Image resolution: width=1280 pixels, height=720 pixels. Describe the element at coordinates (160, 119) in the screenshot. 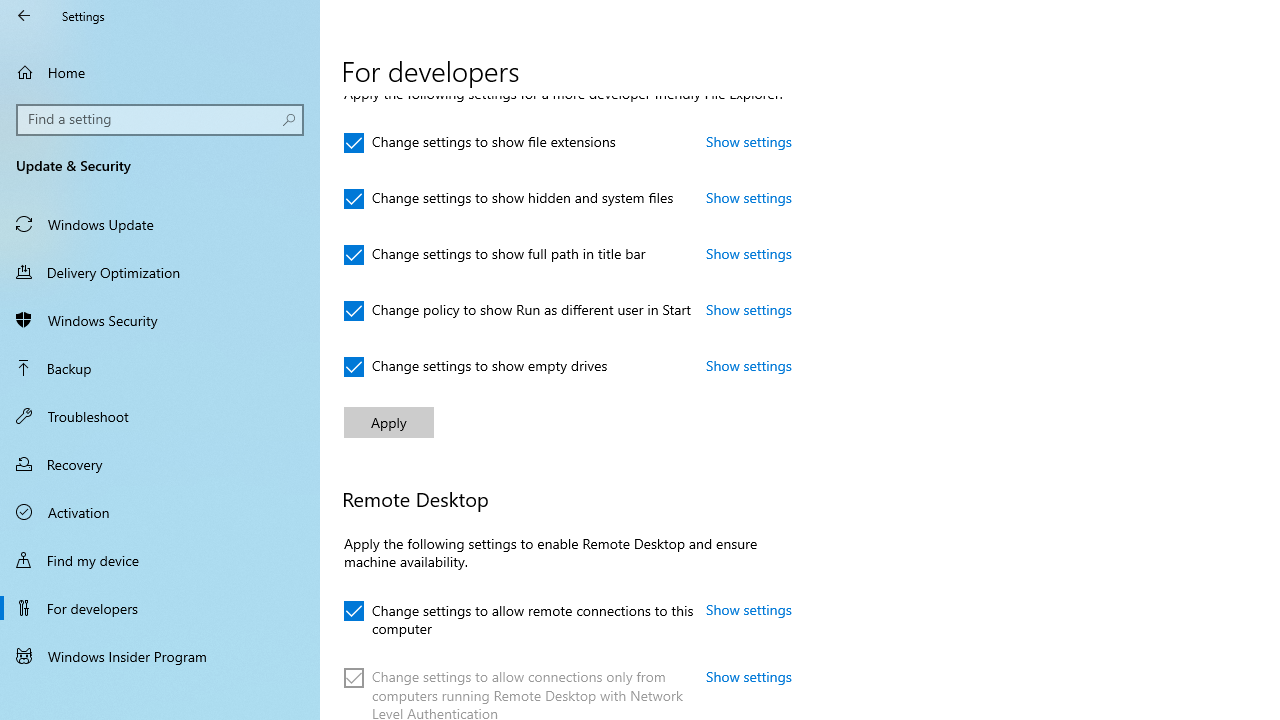

I see `'Search box, Find a setting'` at that location.